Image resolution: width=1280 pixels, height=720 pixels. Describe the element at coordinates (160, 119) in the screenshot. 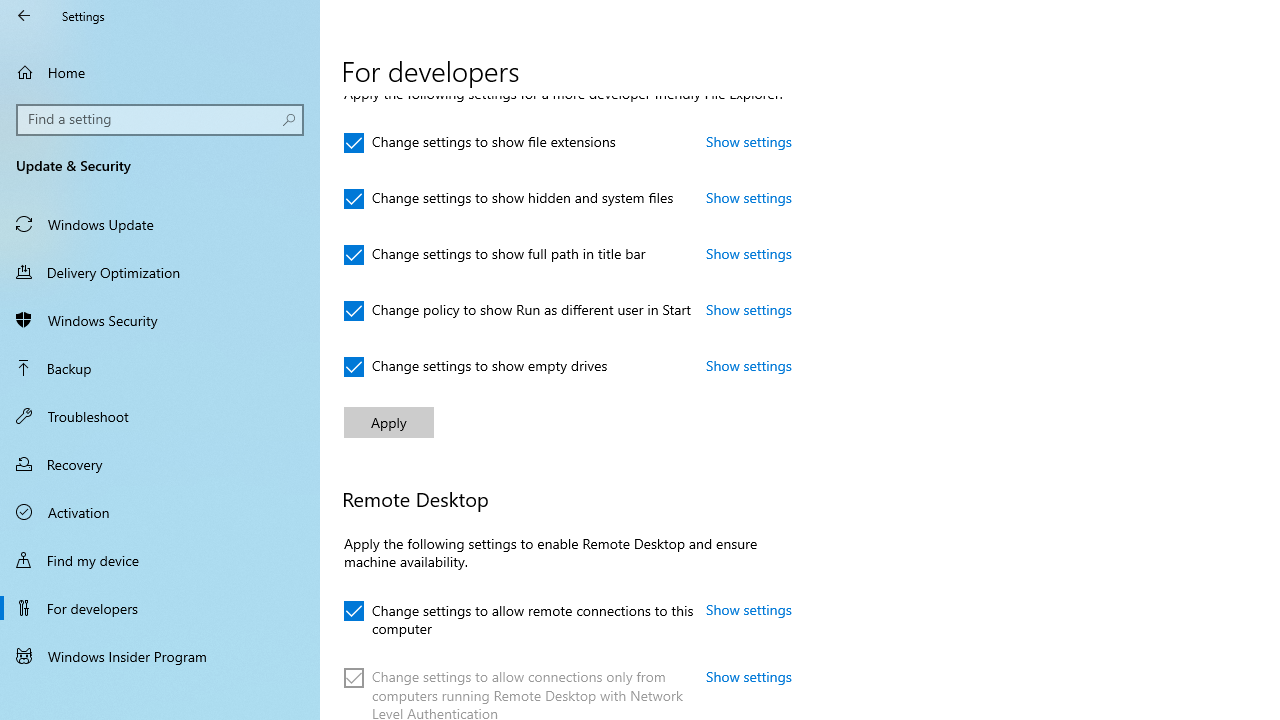

I see `'Search box, Find a setting'` at that location.